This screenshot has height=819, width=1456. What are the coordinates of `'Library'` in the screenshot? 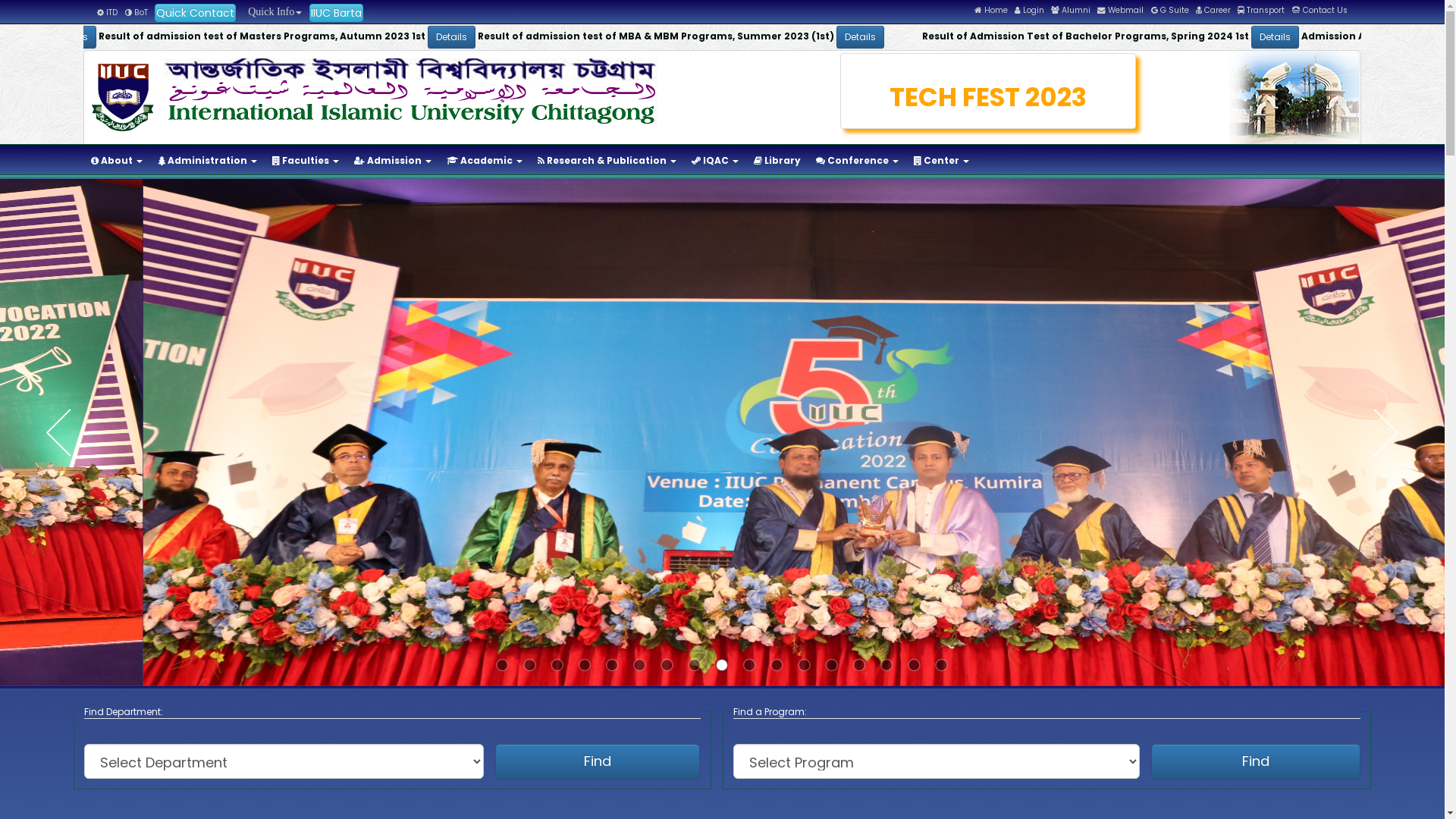 It's located at (777, 161).